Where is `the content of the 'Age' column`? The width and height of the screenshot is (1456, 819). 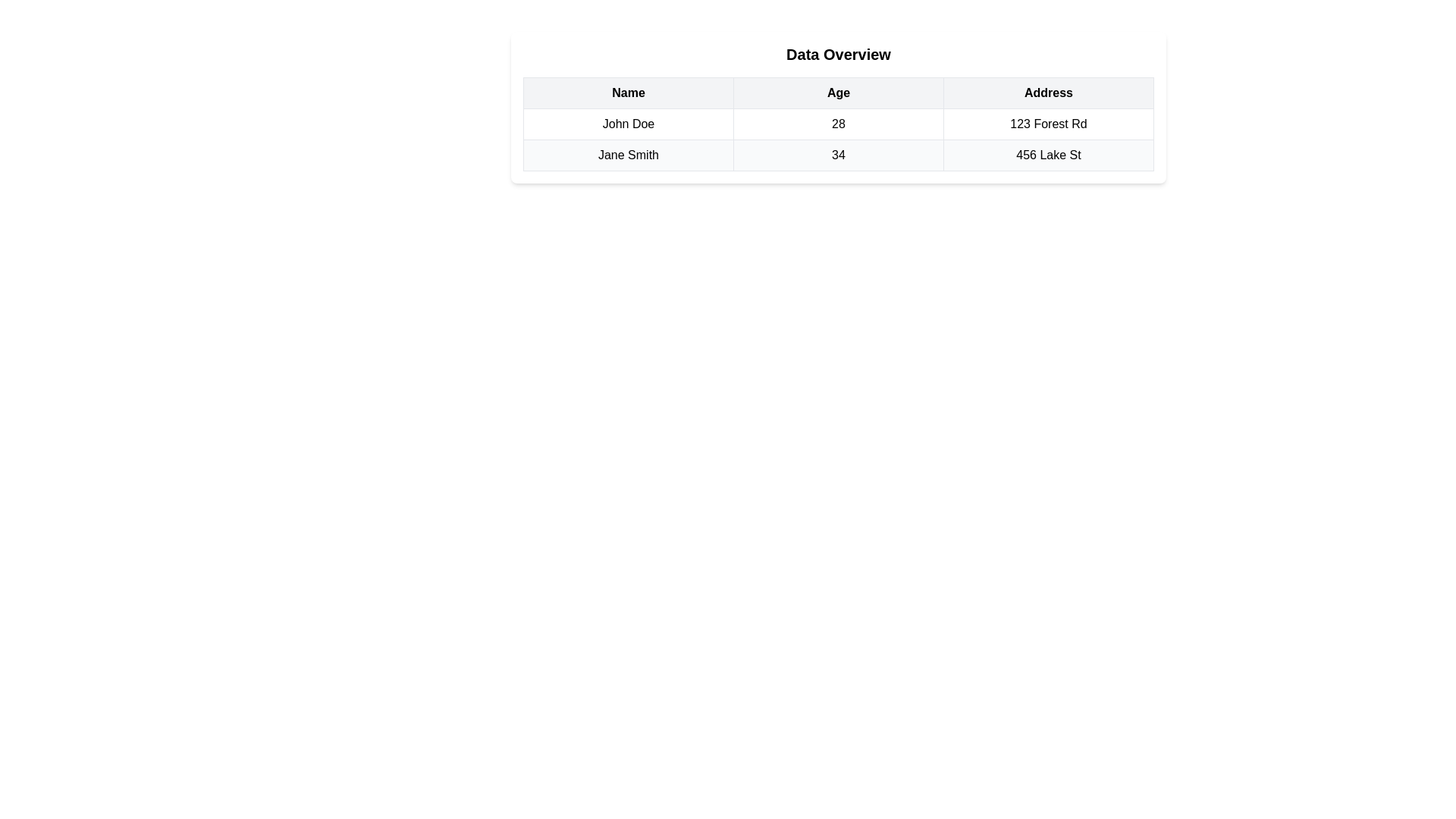 the content of the 'Age' column is located at coordinates (837, 107).